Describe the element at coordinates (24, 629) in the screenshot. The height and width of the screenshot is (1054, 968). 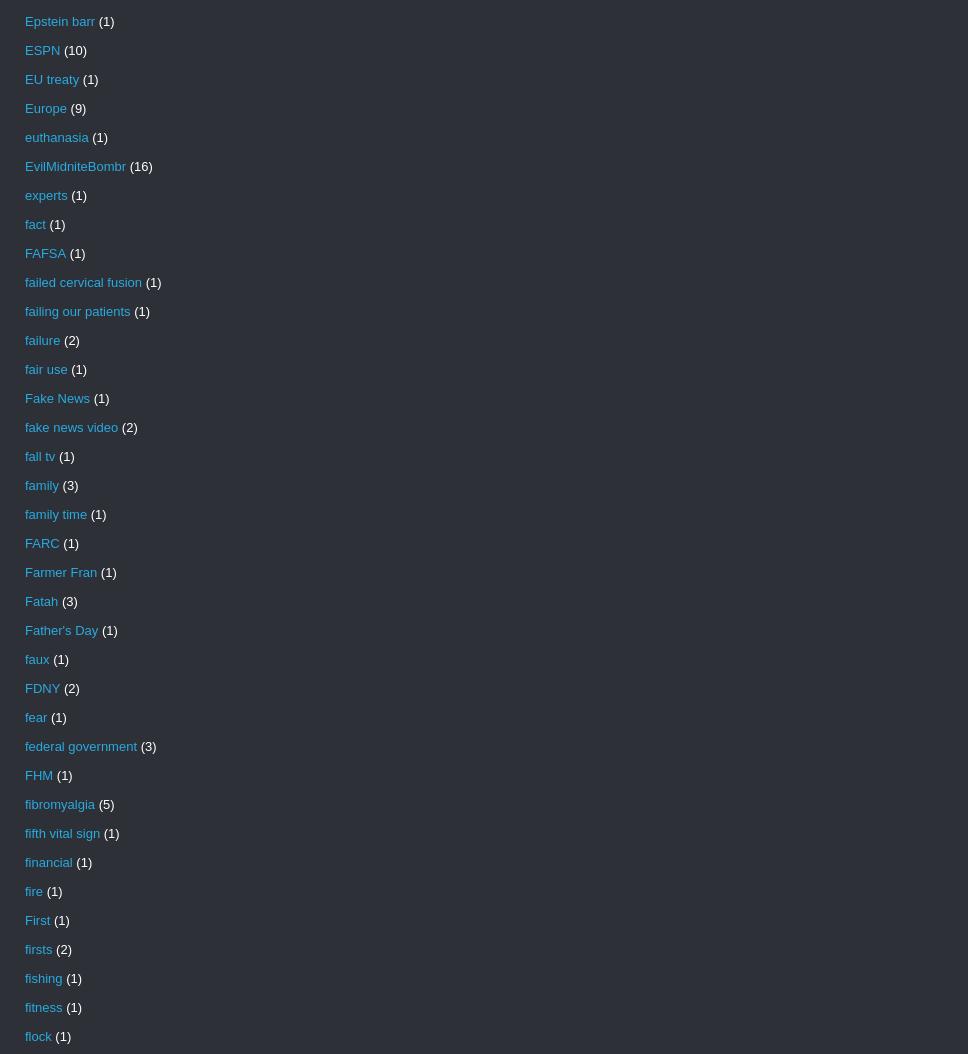
I see `'Father's Day'` at that location.